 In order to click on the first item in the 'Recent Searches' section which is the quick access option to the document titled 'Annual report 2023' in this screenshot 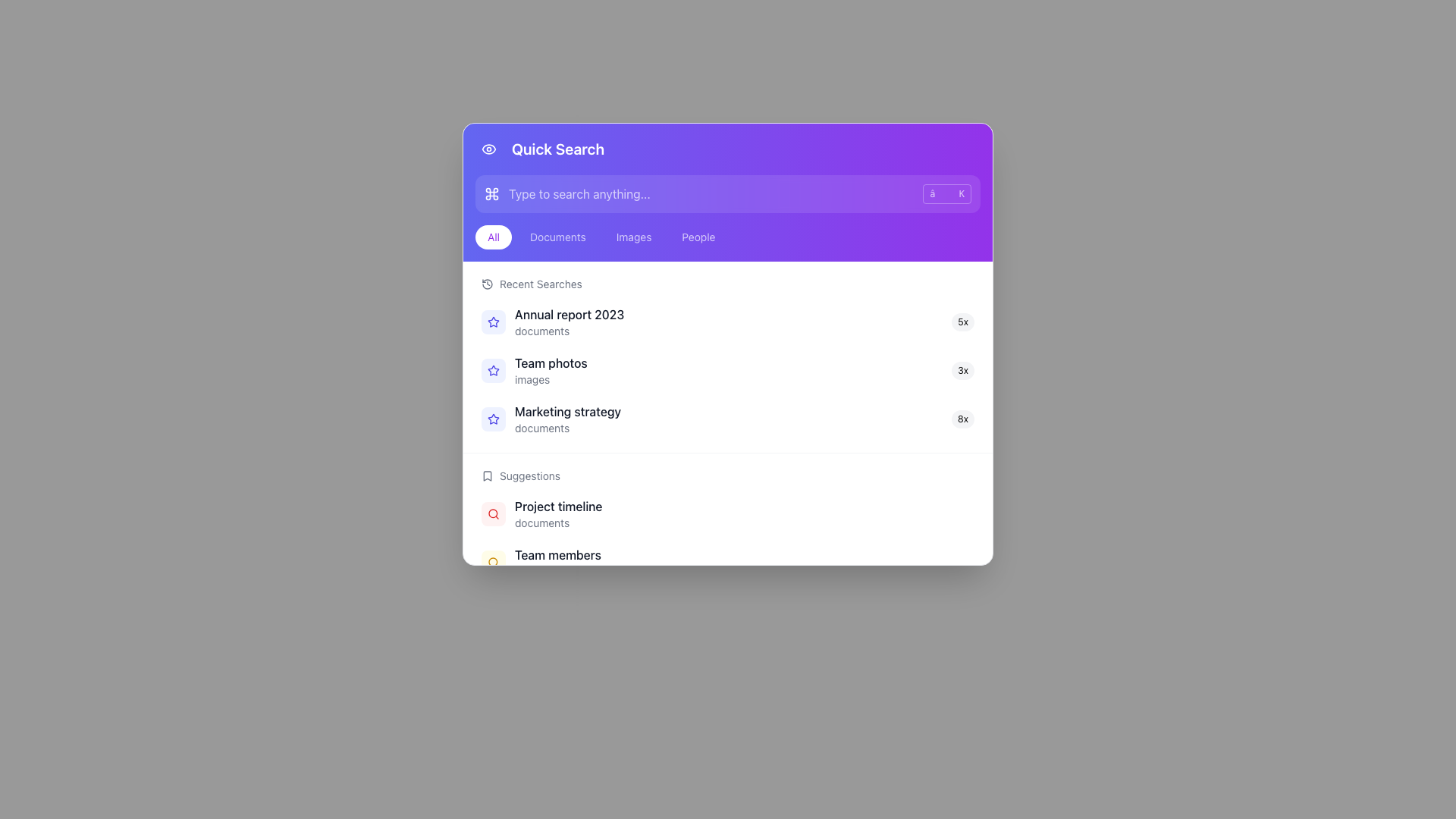, I will do `click(728, 321)`.